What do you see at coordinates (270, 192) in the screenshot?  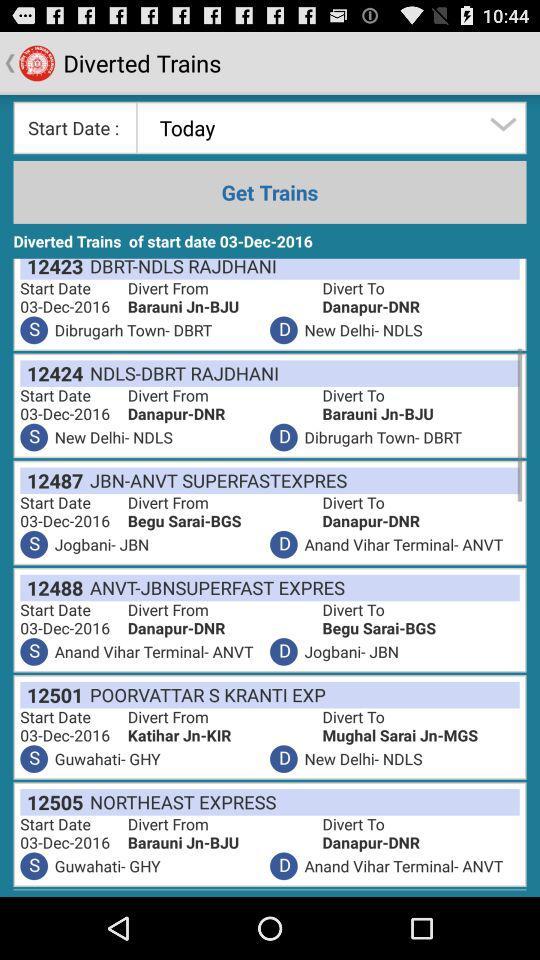 I see `get trains icon` at bounding box center [270, 192].